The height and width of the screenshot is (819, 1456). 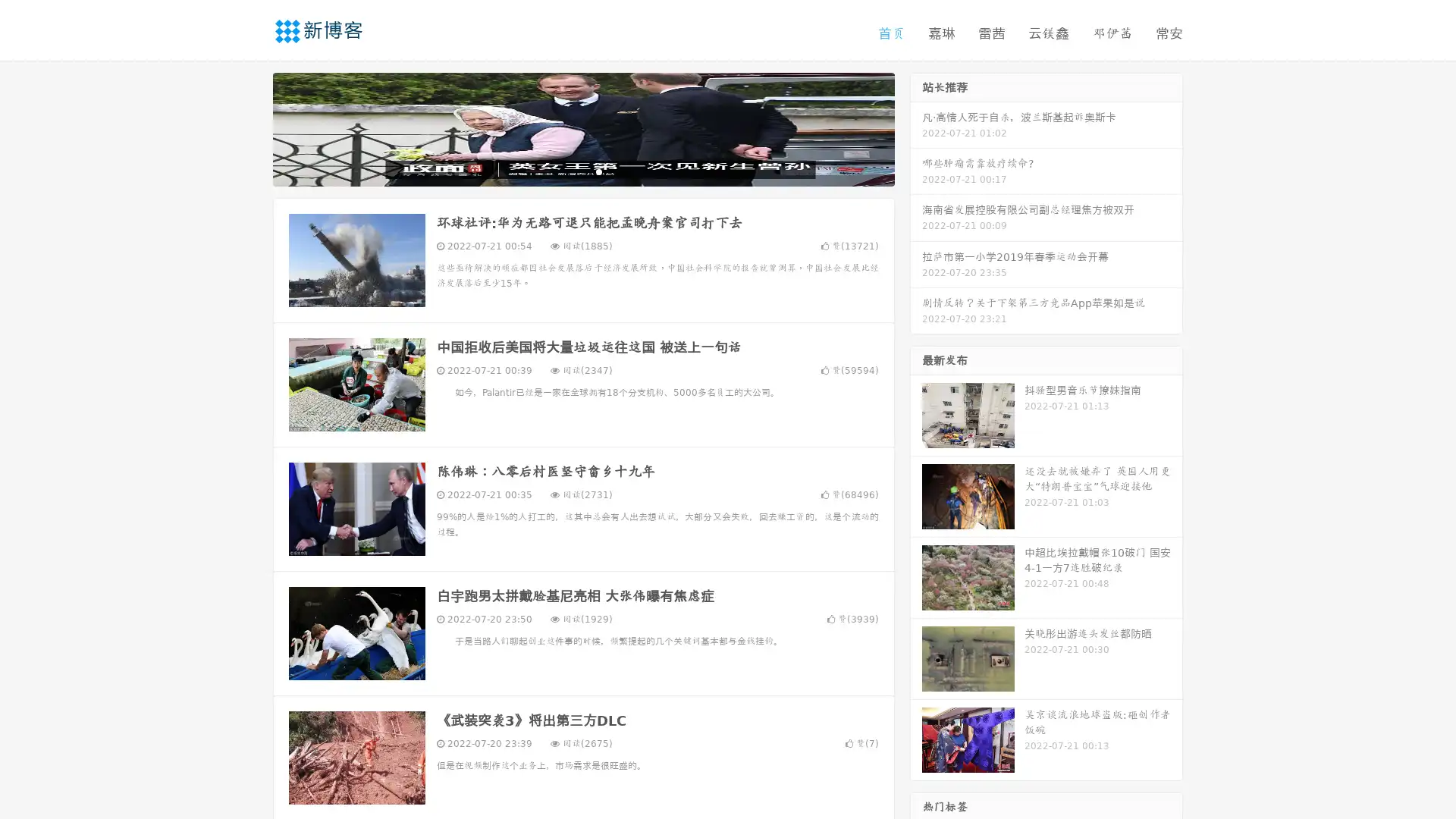 What do you see at coordinates (250, 127) in the screenshot?
I see `Previous slide` at bounding box center [250, 127].